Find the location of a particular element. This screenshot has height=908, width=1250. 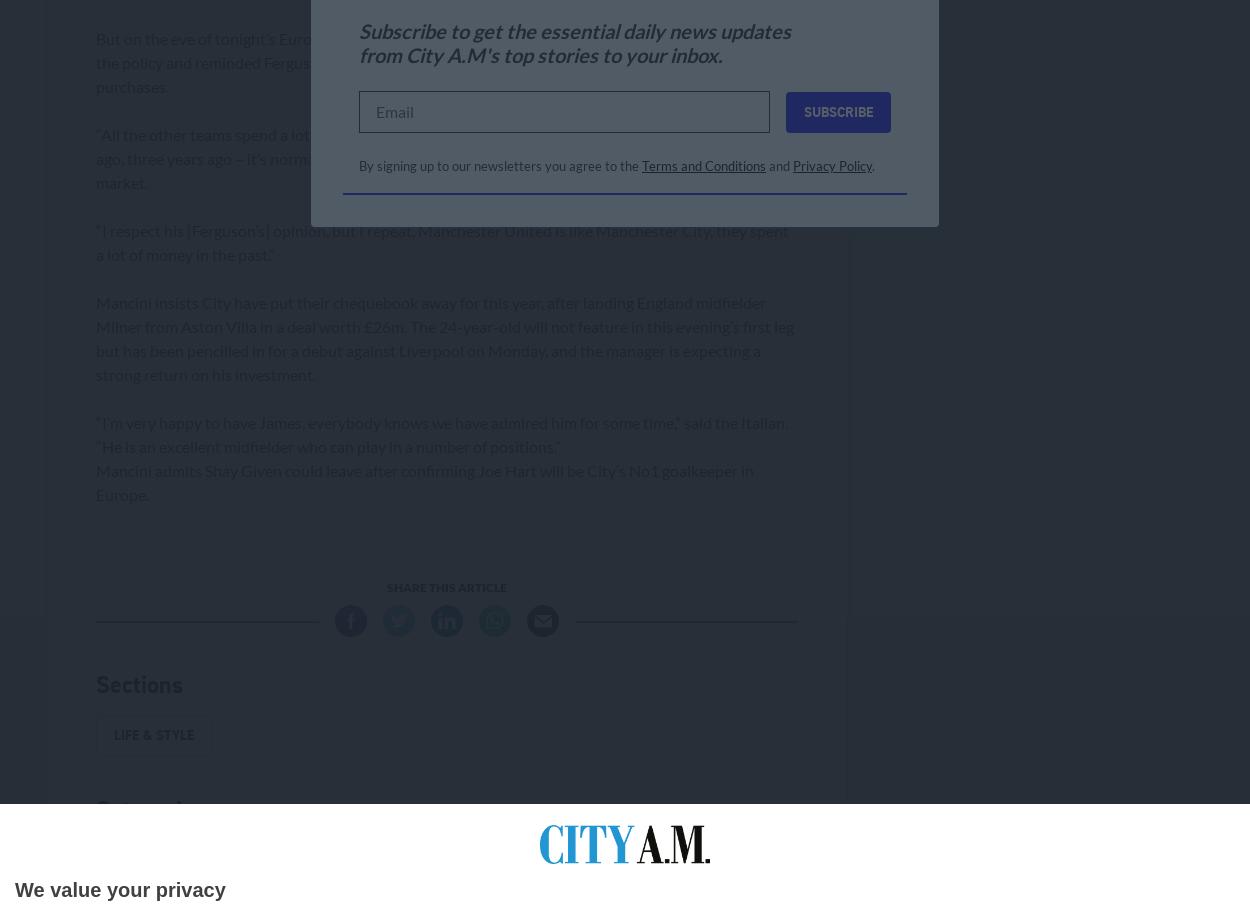

'Sport' is located at coordinates (113, 860).